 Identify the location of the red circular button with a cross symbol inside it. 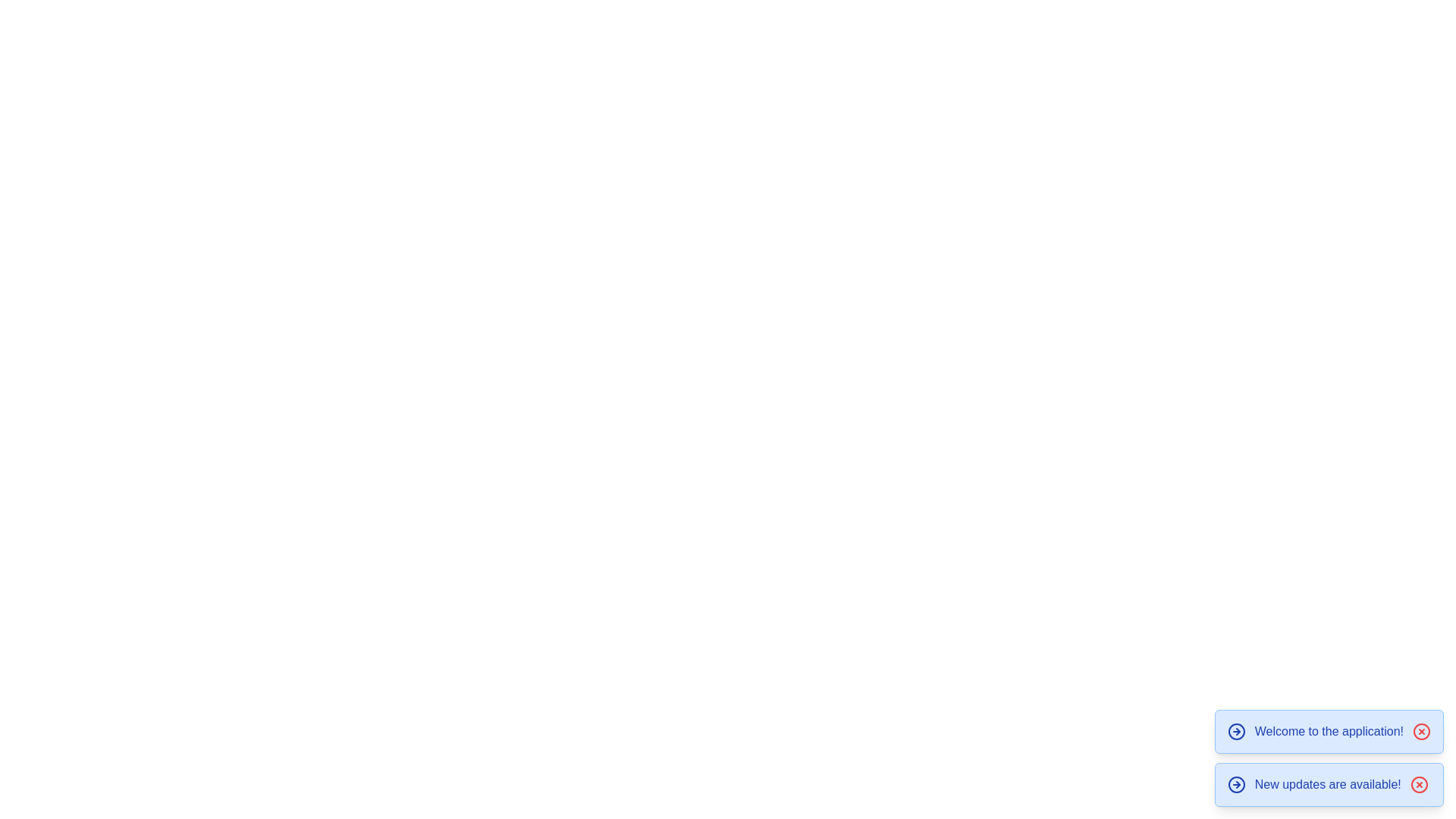
(1421, 730).